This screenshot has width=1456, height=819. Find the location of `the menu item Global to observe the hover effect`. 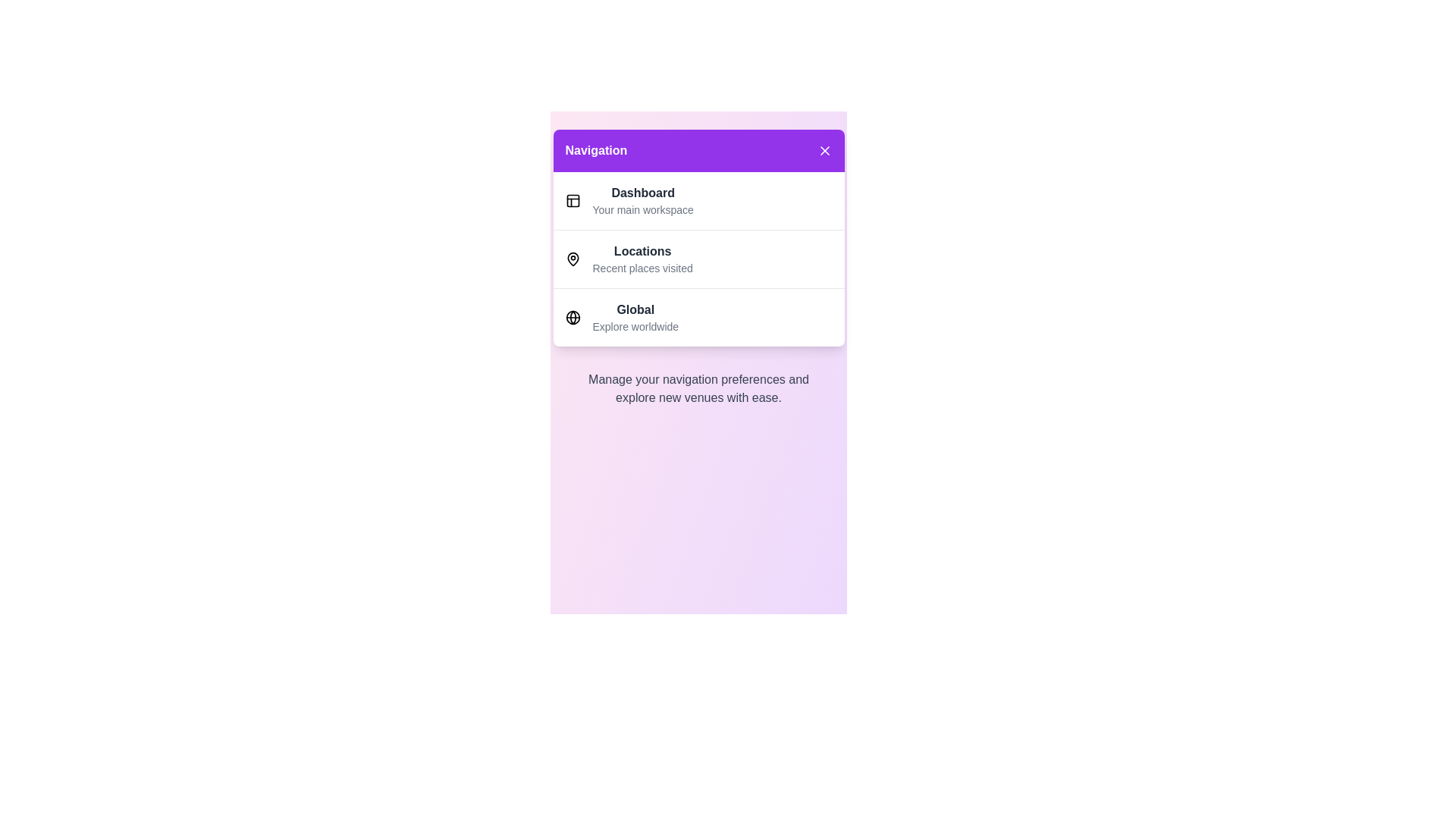

the menu item Global to observe the hover effect is located at coordinates (698, 316).